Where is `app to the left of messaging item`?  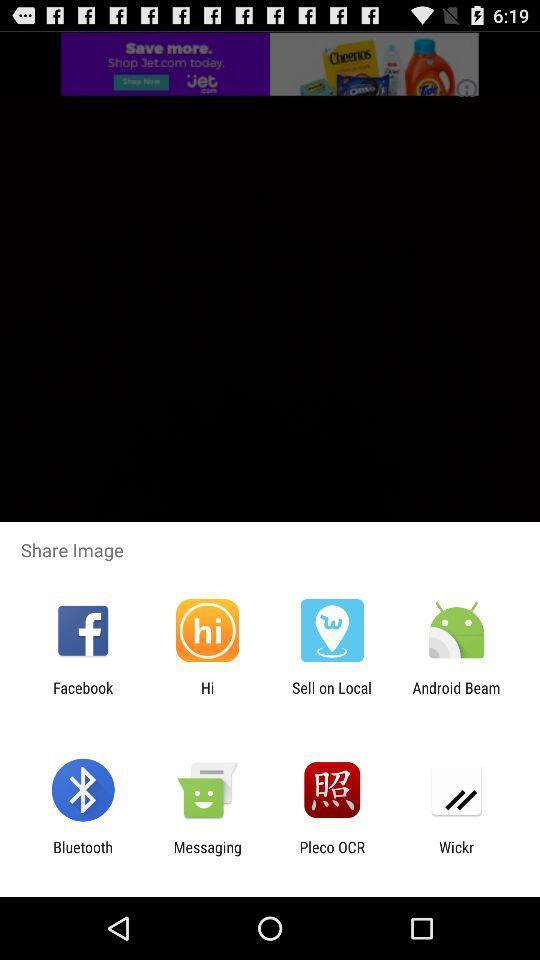 app to the left of messaging item is located at coordinates (82, 855).